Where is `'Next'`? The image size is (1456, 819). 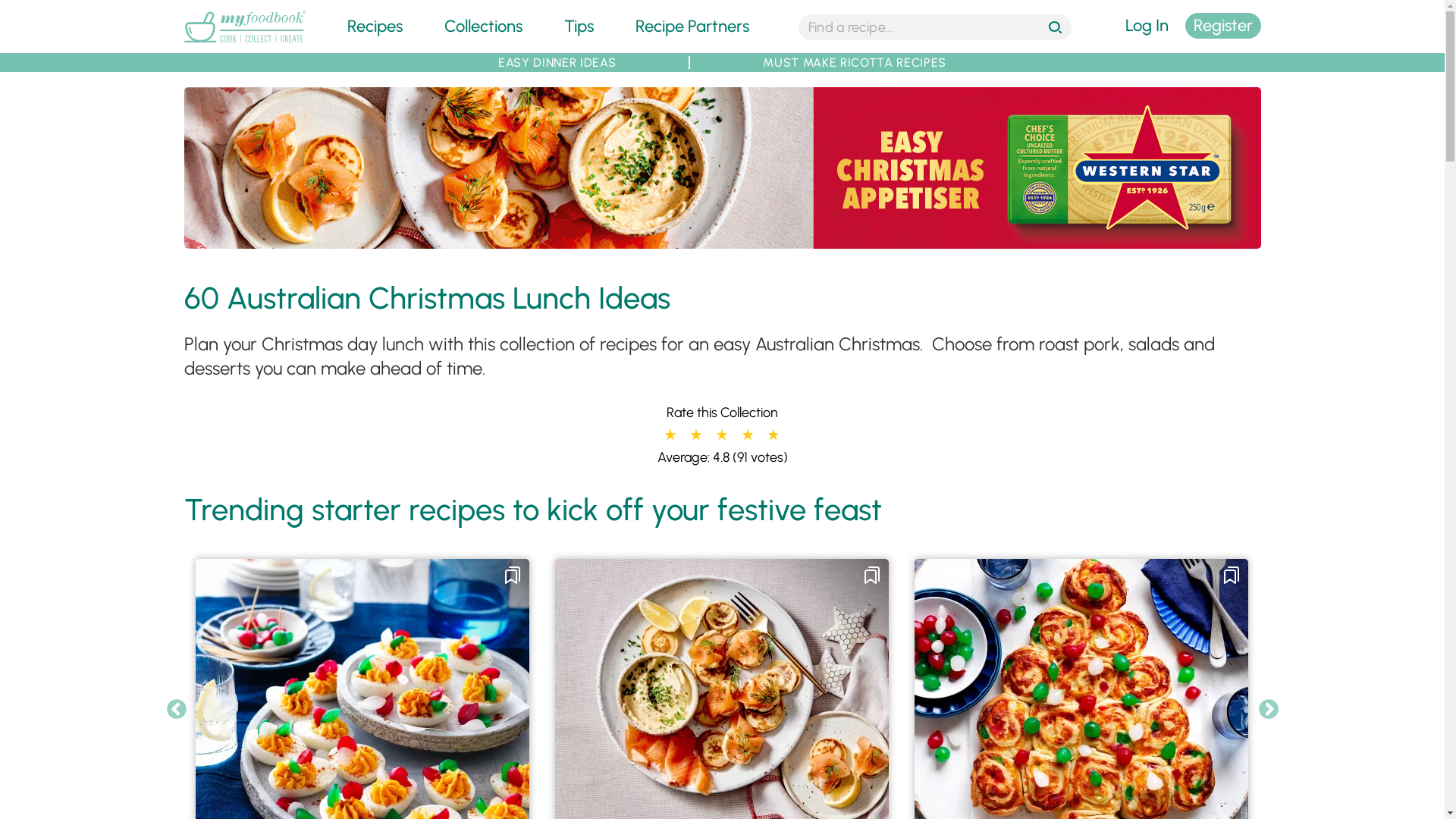 'Next' is located at coordinates (1269, 710).